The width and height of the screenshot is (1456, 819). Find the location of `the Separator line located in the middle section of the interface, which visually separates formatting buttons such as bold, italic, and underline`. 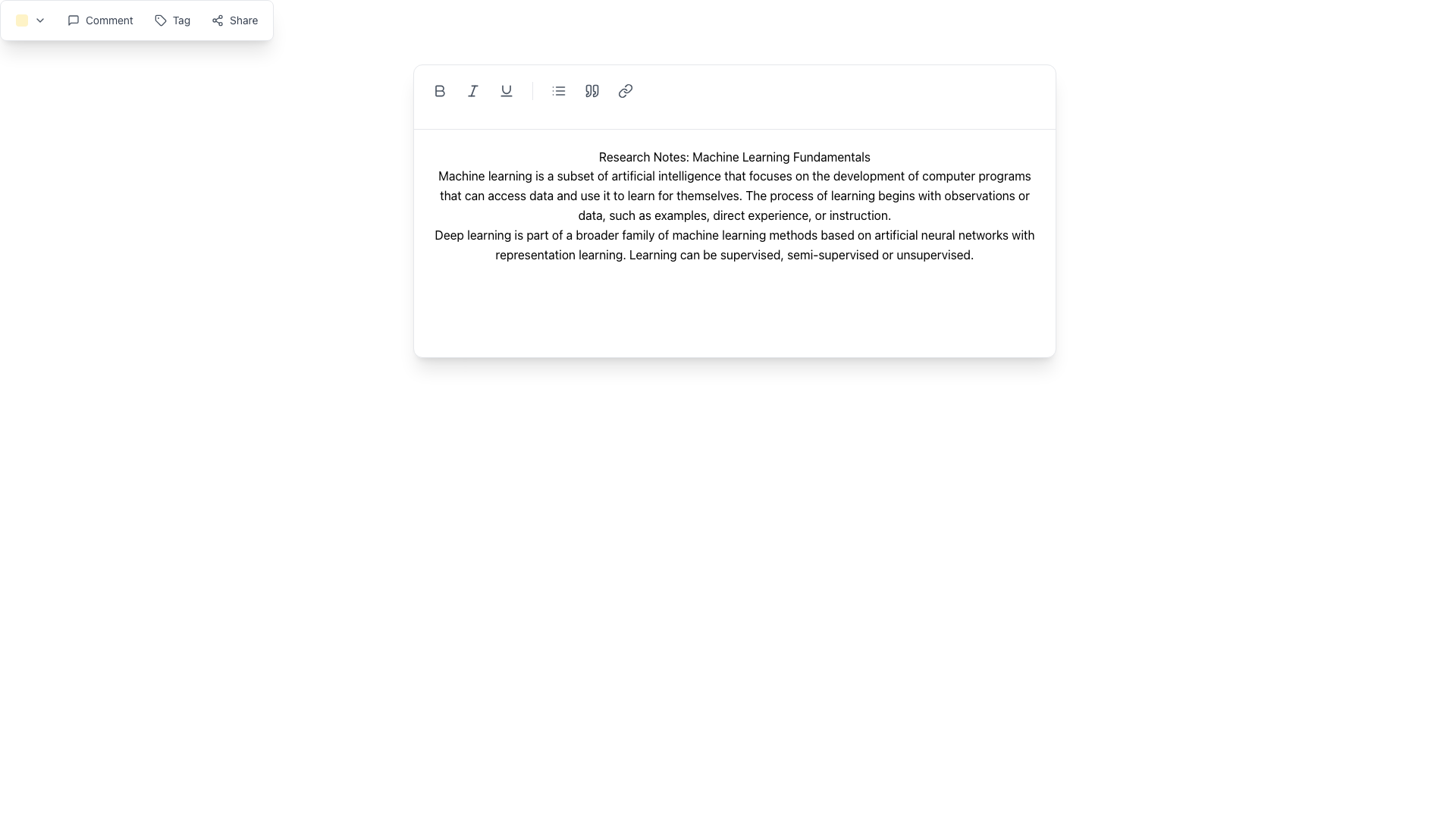

the Separator line located in the middle section of the interface, which visually separates formatting buttons such as bold, italic, and underline is located at coordinates (532, 90).